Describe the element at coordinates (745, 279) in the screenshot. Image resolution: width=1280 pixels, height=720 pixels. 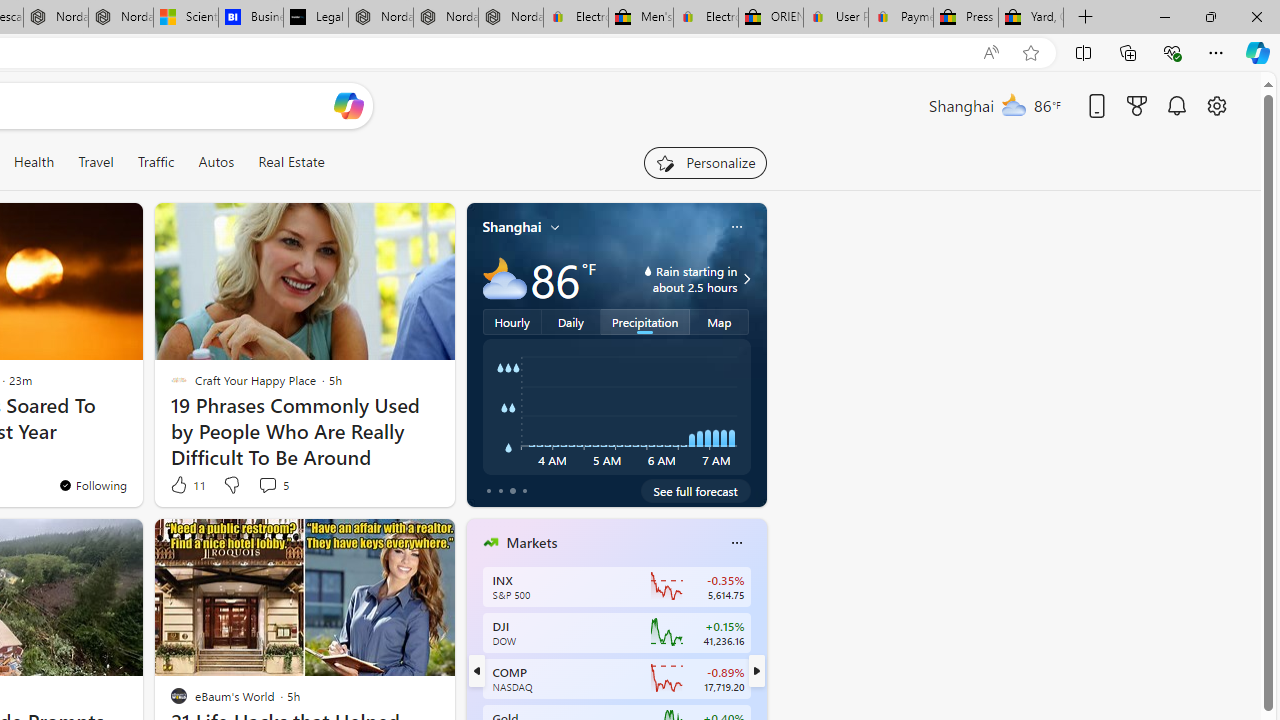
I see `'Class: weather-arrow-glyph'` at that location.